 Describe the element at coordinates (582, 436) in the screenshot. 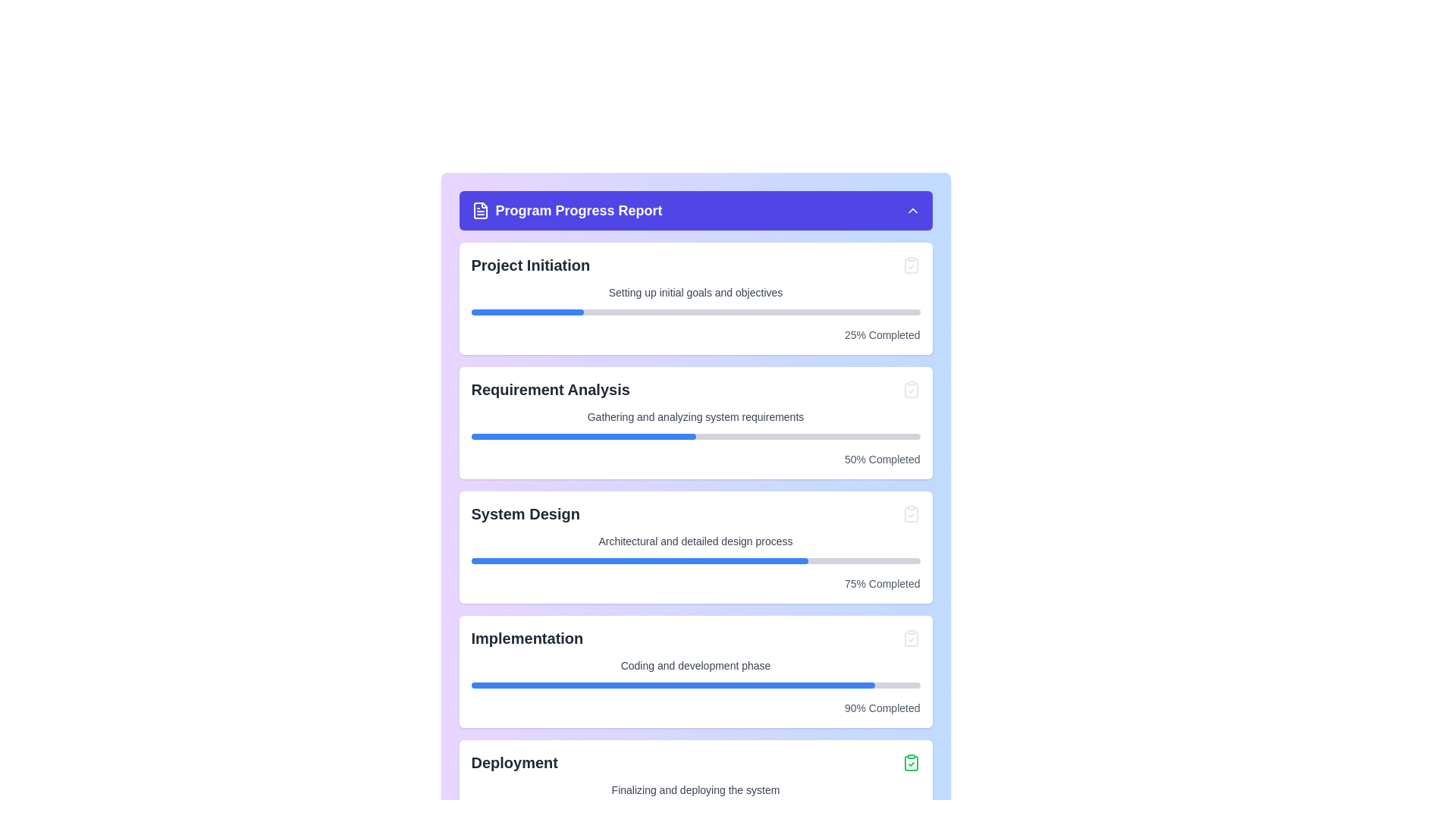

I see `the progress represented by the blue-colored segment of the progress bar for the 'Requirement Analysis' section, which indicates it is 50% complete` at that location.